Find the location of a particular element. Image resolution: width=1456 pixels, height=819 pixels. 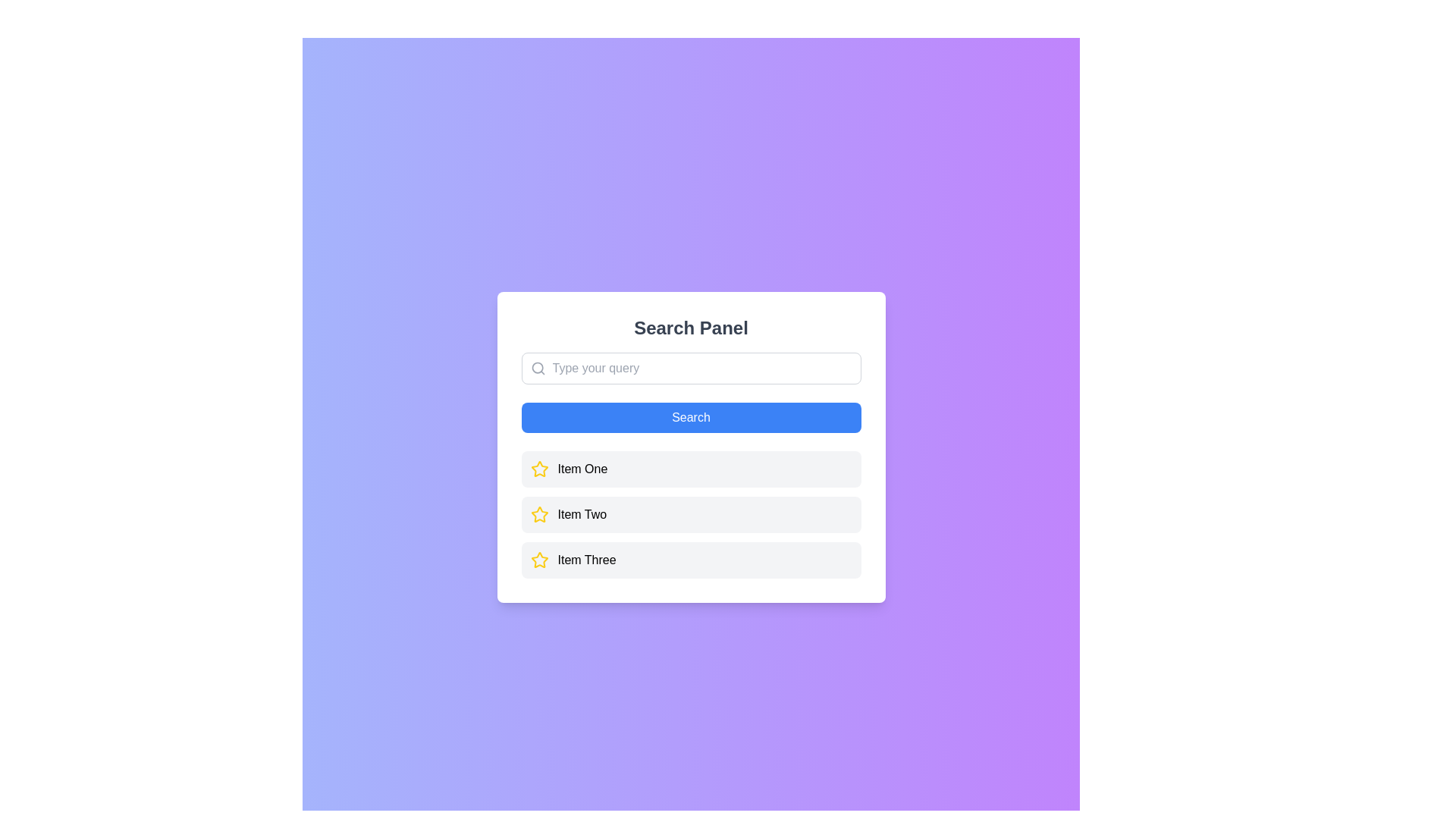

the search icon located in the left section of the search bar at the top of the modal interface, which indicates the search functionality is located at coordinates (538, 369).